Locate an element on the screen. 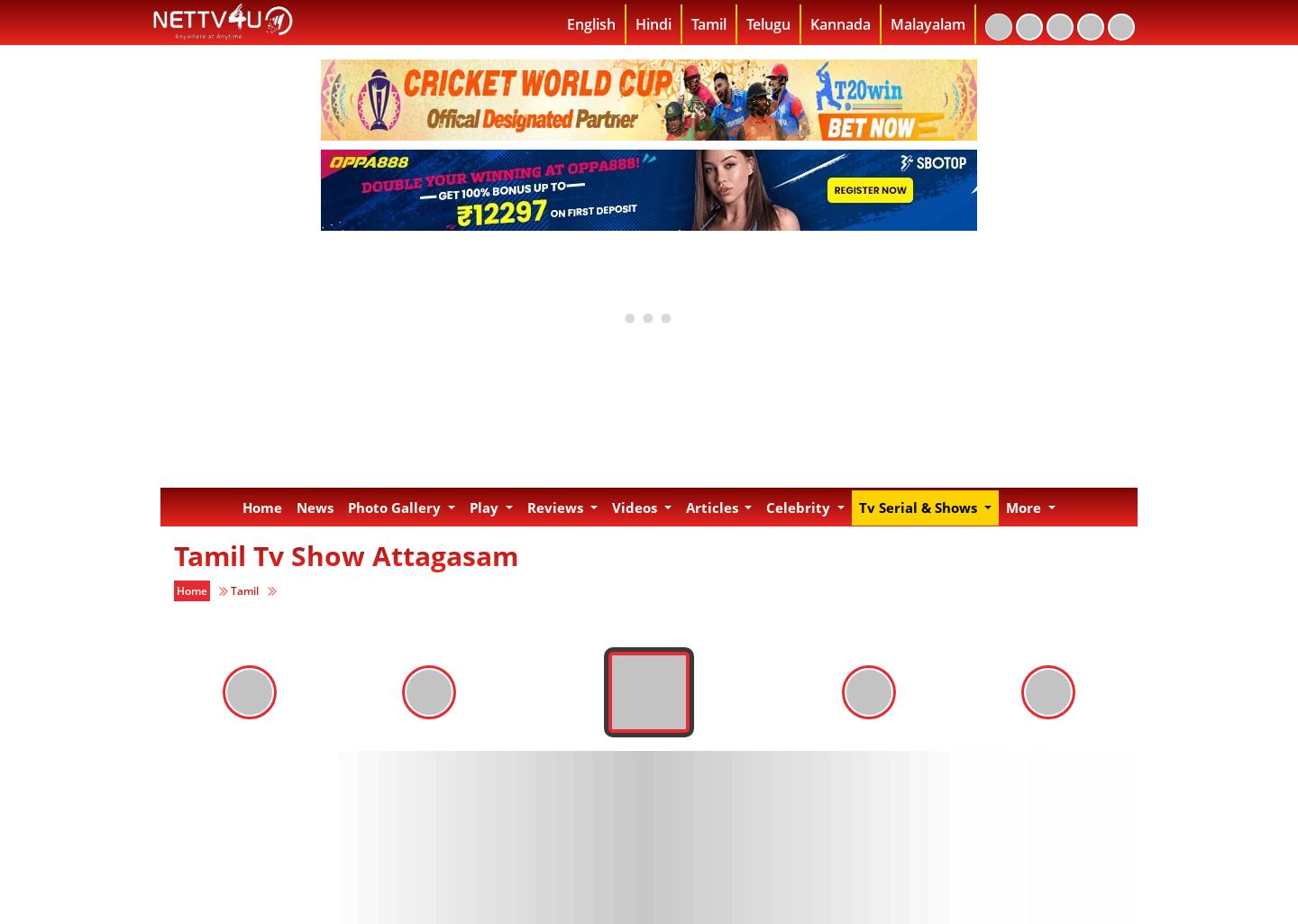 This screenshot has width=1298, height=924. 'Photo Gallery' is located at coordinates (396, 508).